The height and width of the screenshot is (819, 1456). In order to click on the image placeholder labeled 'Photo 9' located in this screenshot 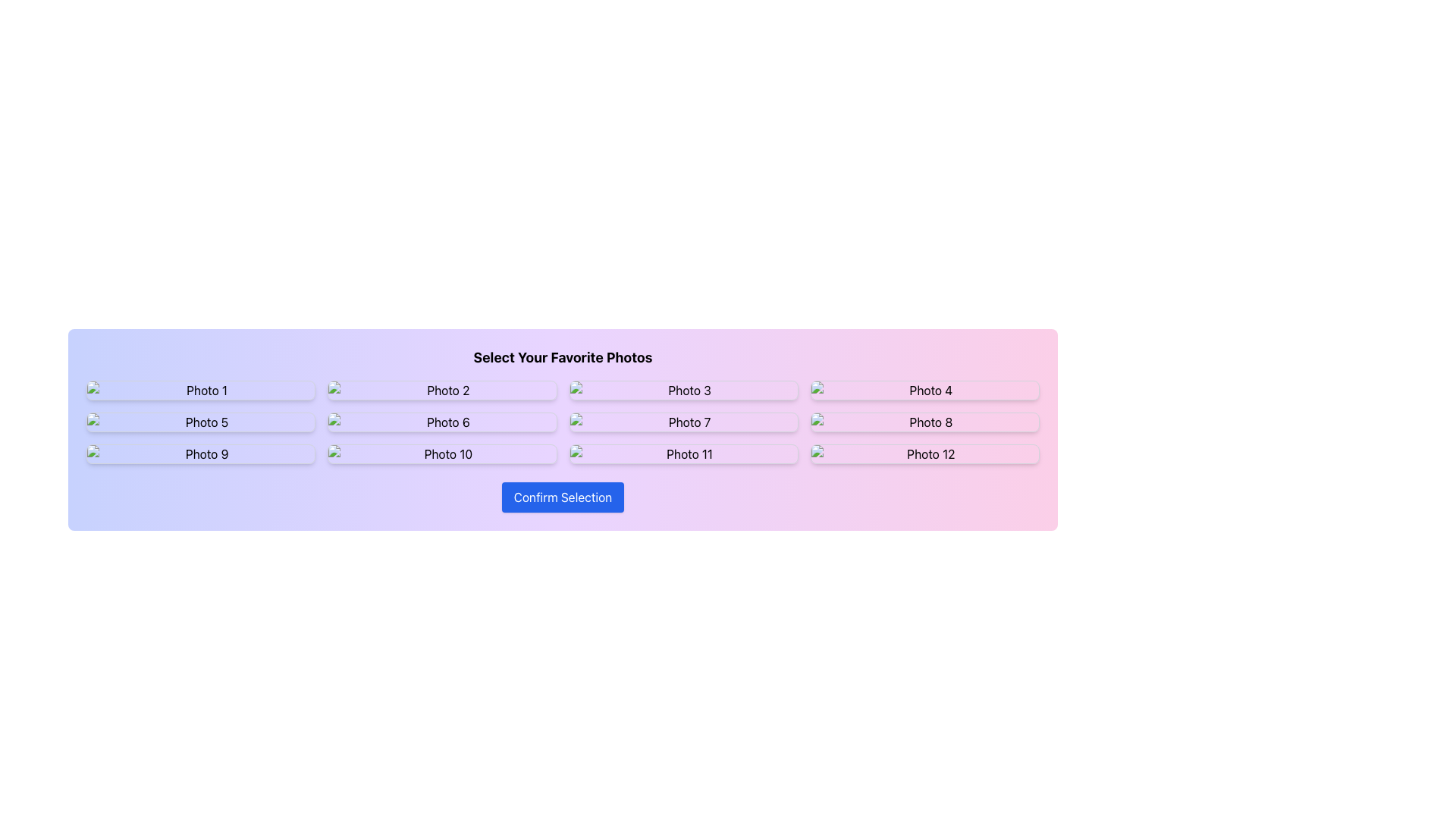, I will do `click(200, 453)`.